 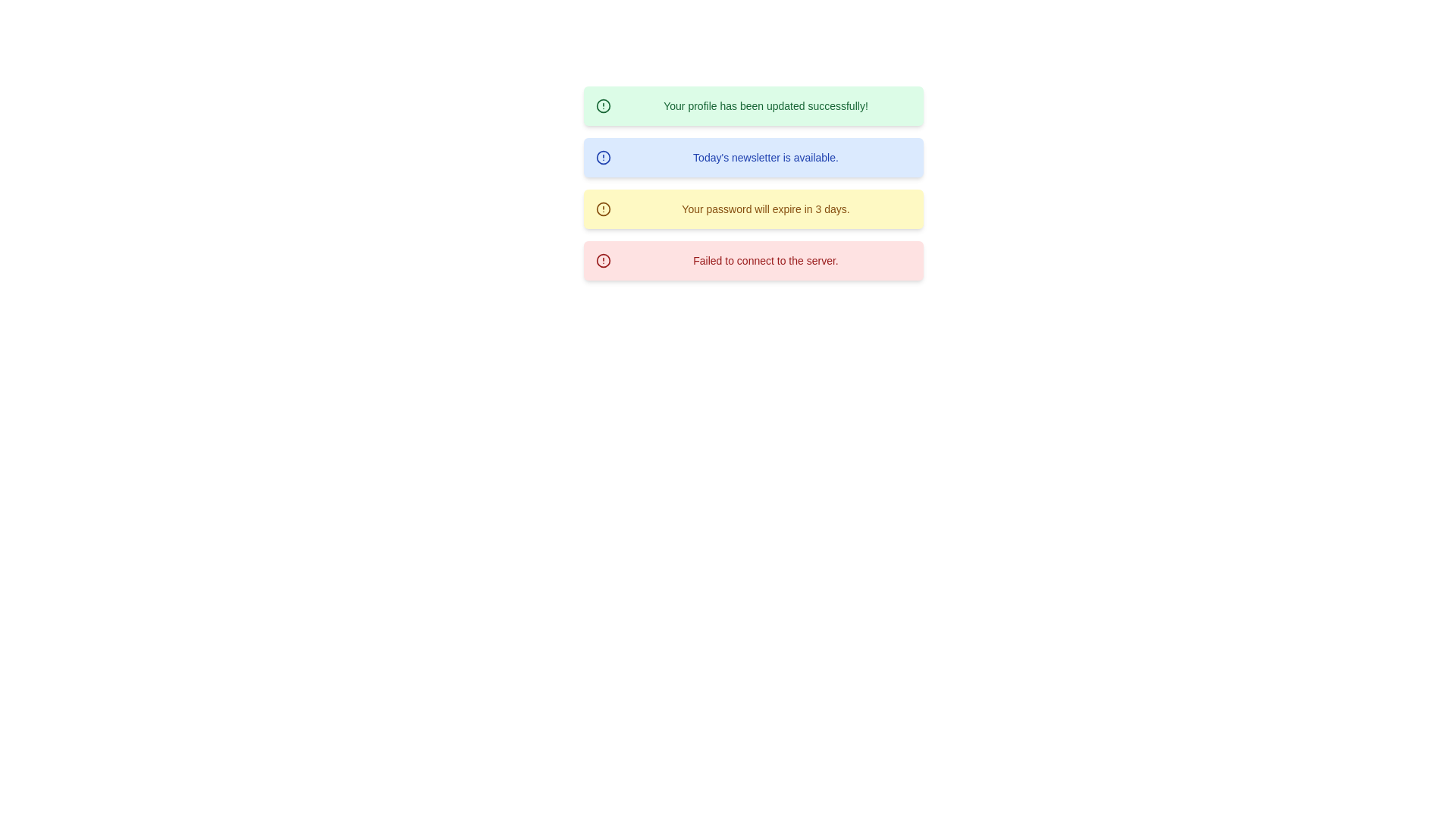 I want to click on the circular graphic element of the alert icon, which is part of the notification tooltip next to the text 'Today's newsletter is available.', so click(x=603, y=158).